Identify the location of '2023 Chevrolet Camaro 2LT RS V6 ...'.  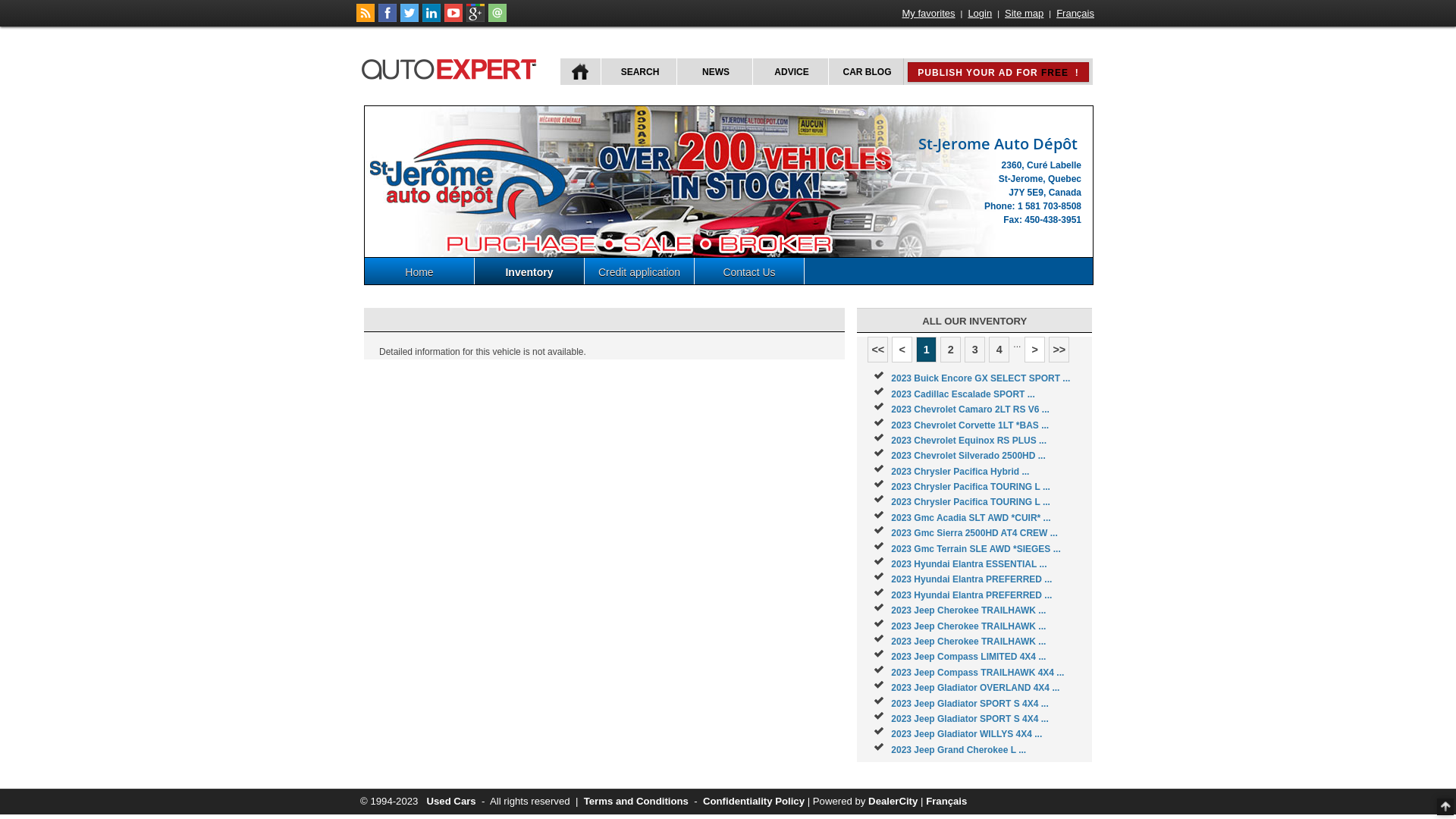
(969, 409).